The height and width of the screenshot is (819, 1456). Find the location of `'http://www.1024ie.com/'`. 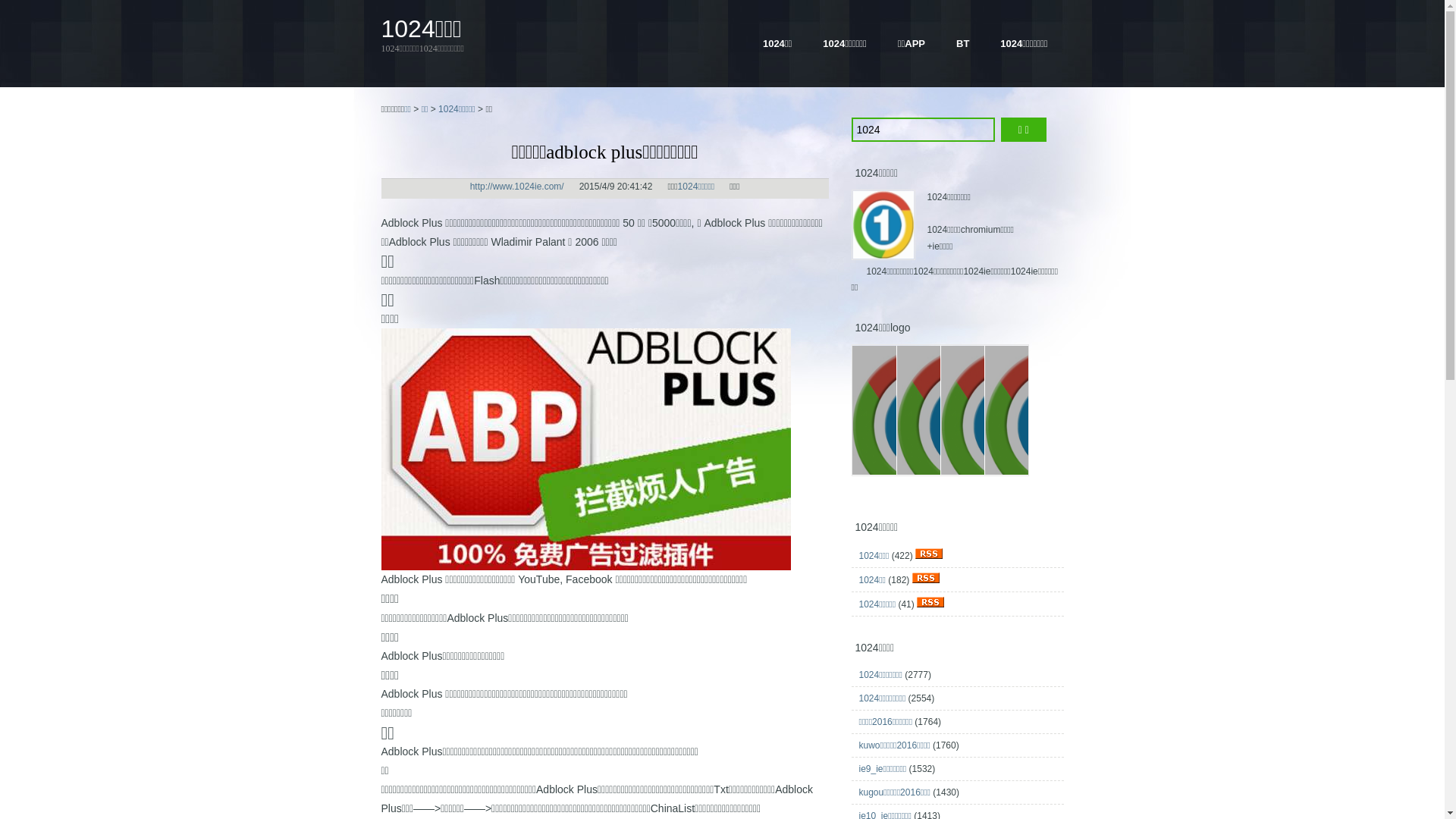

'http://www.1024ie.com/' is located at coordinates (516, 186).